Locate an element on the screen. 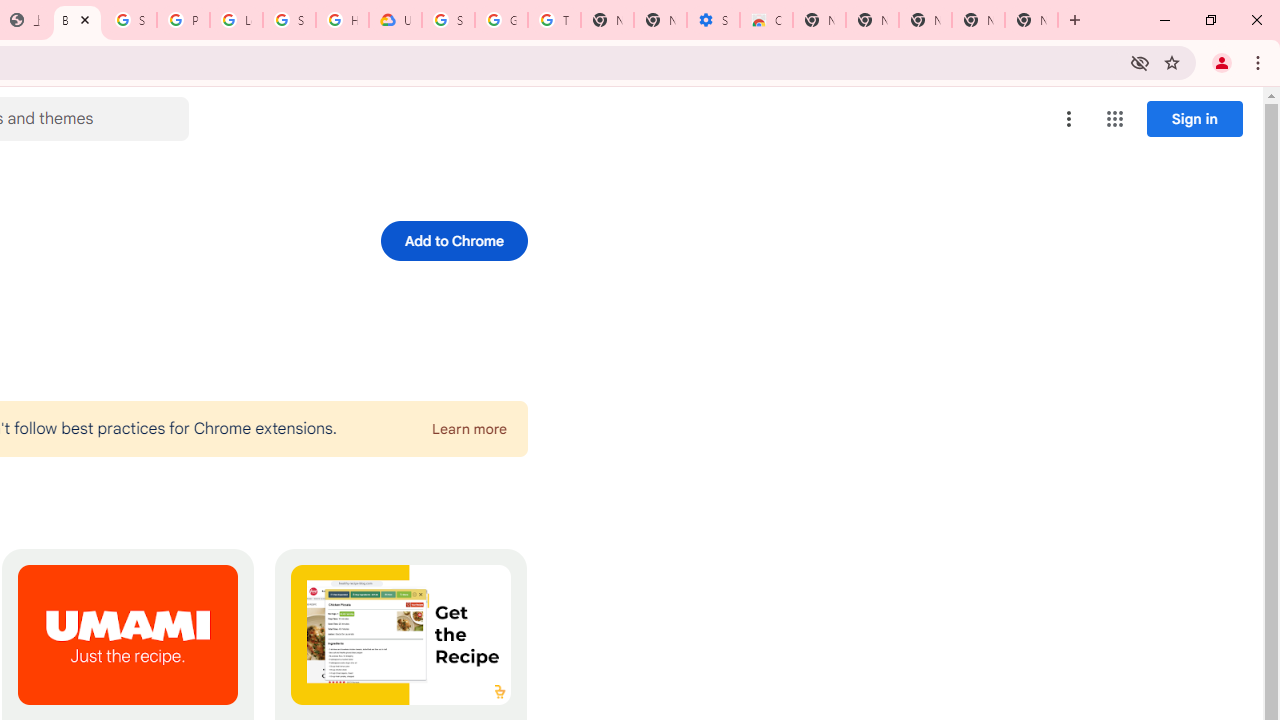  'Google Account Help' is located at coordinates (501, 20).